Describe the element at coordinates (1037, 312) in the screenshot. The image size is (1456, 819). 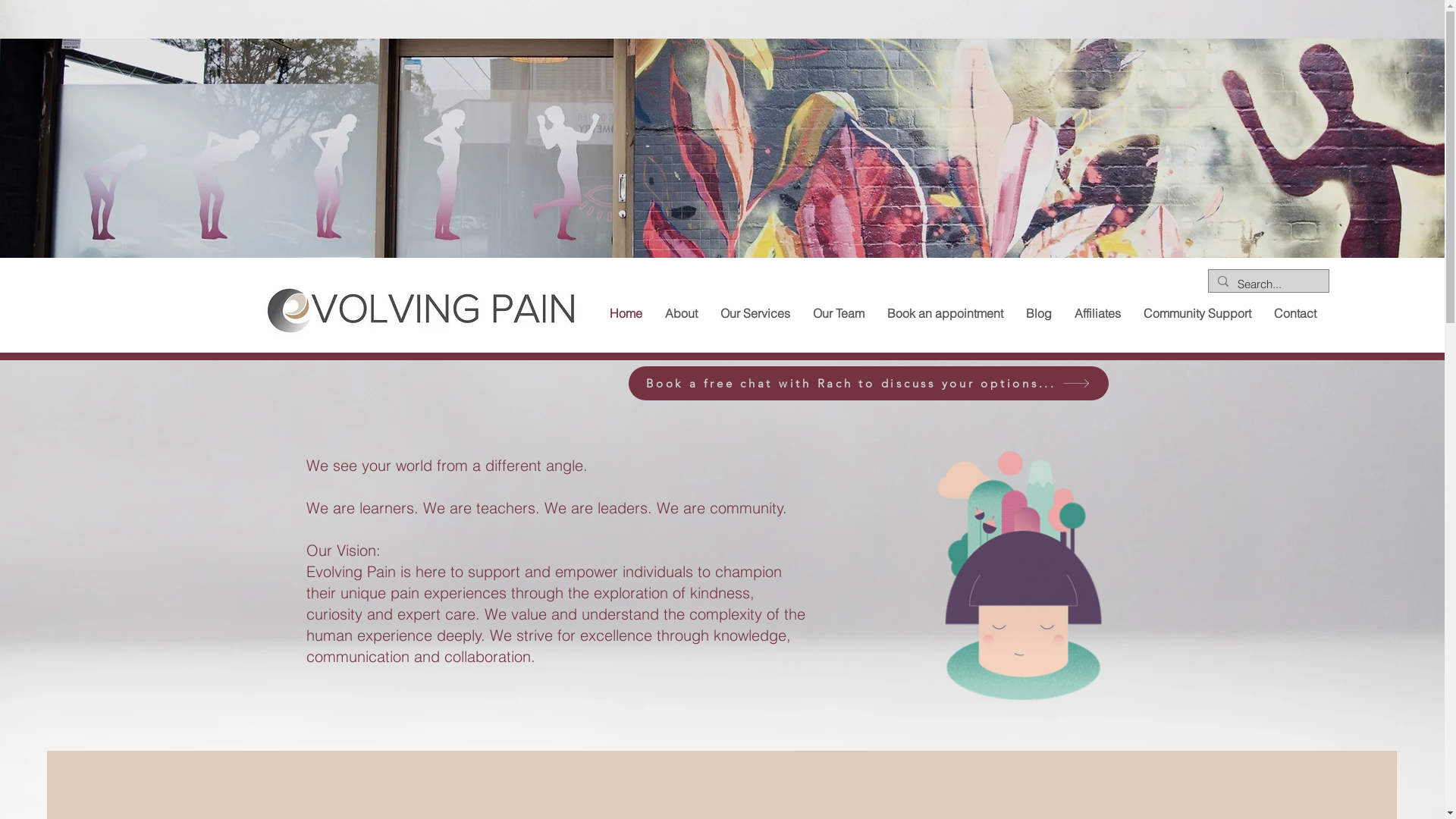
I see `'Blog'` at that location.